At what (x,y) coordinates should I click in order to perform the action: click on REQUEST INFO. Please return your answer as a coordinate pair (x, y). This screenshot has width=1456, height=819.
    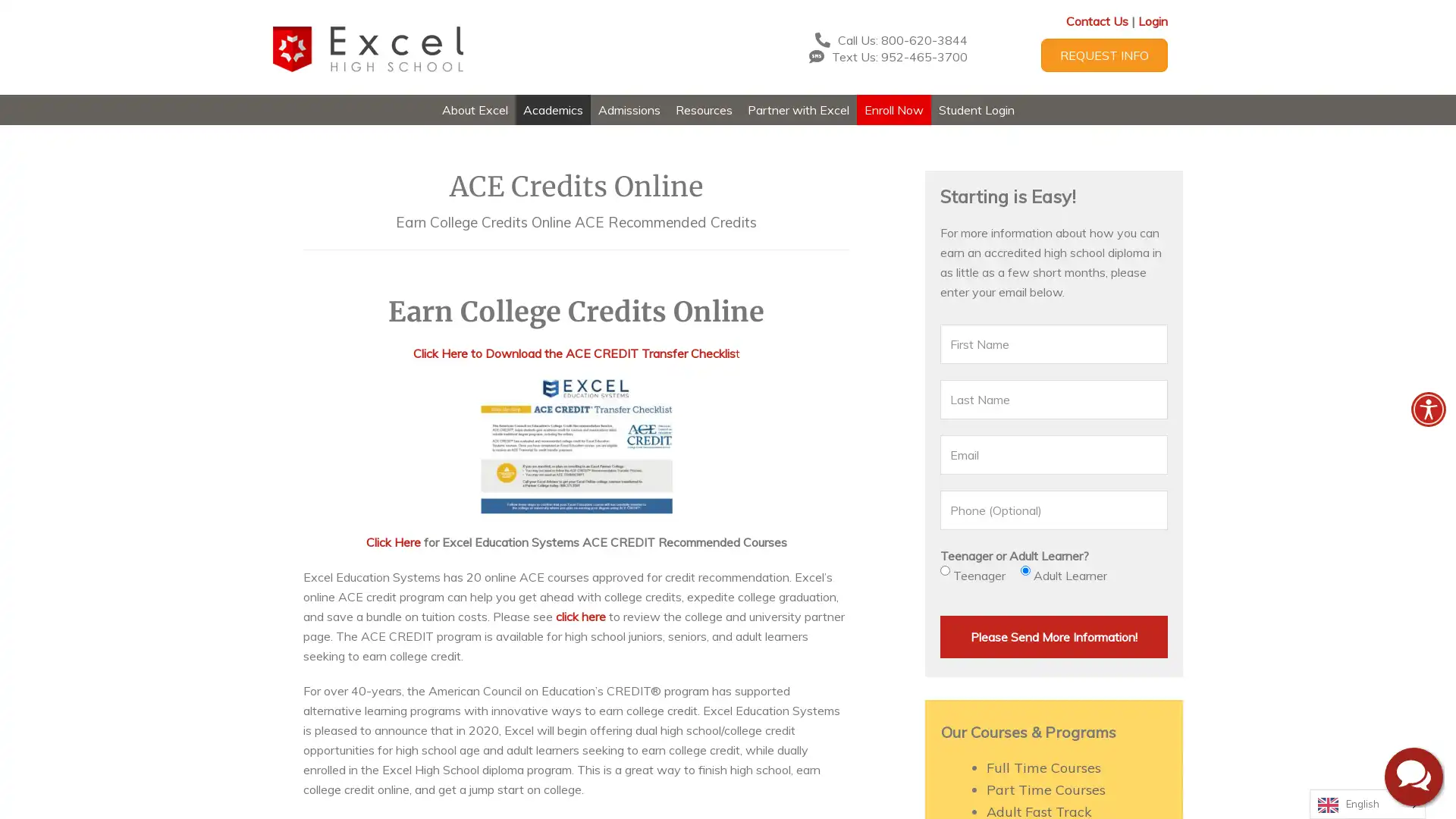
    Looking at the image, I should click on (1103, 55).